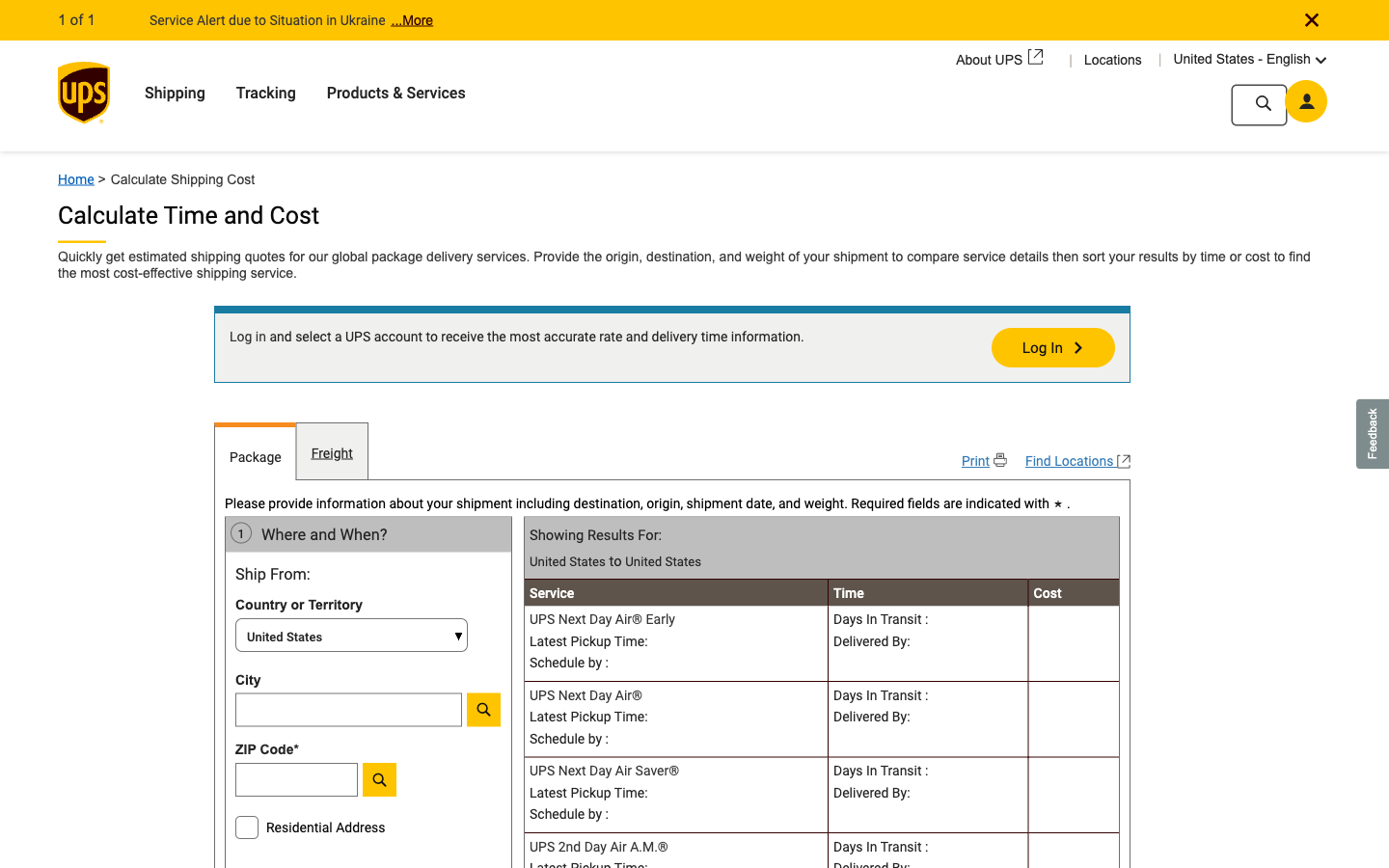 This screenshot has width=1389, height=868. I want to click on Search the package provided with the Zip Code "10243, so click(347, 784).